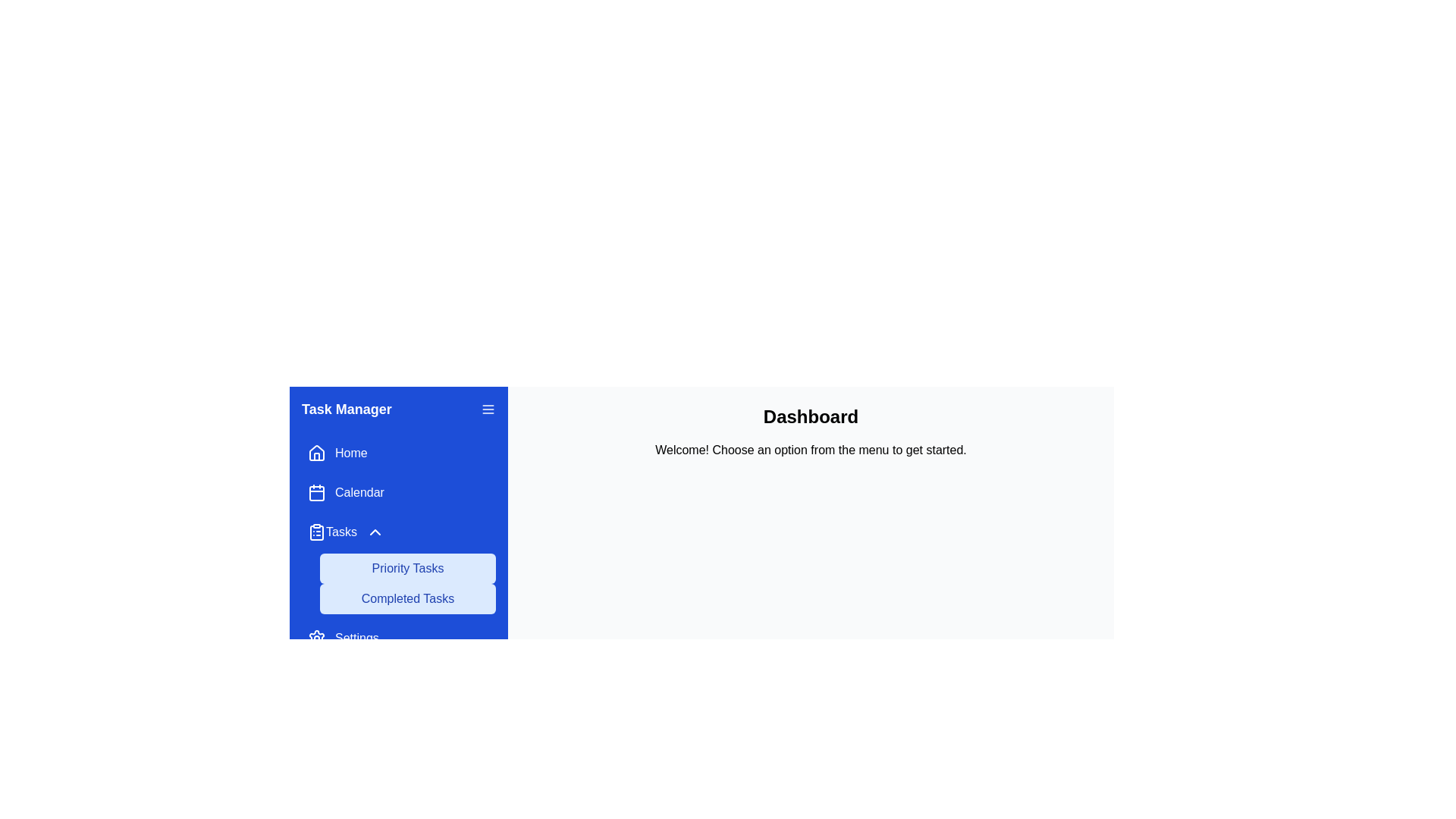 The height and width of the screenshot is (819, 1456). What do you see at coordinates (345, 532) in the screenshot?
I see `the 'Tasks' collapsible sidebar menu item` at bounding box center [345, 532].